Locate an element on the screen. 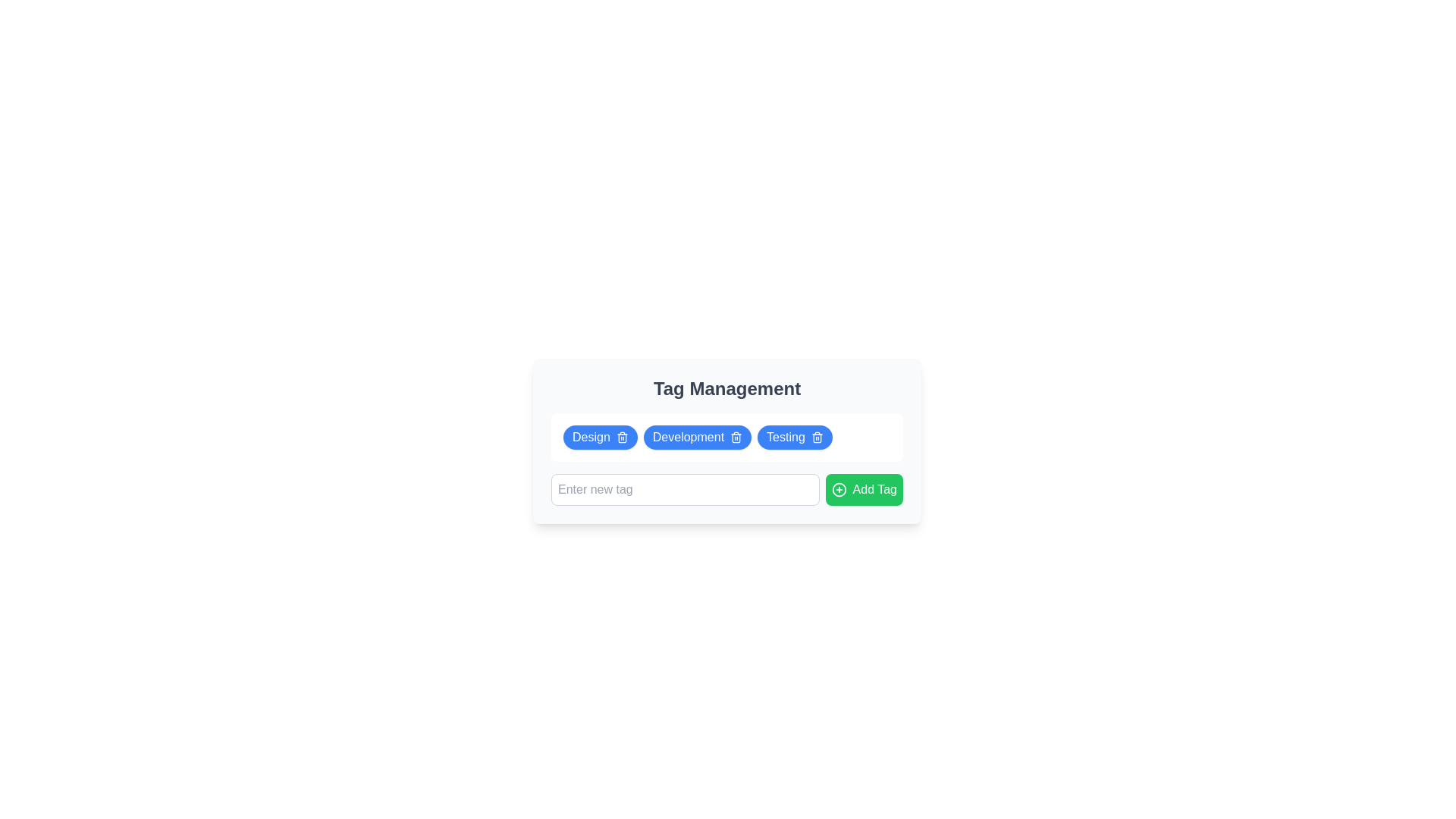 The height and width of the screenshot is (819, 1456). the information visually by interacting with the decorative icon element located centrally within the green rectangular 'Add Tag' button in the Tag Management interface is located at coordinates (838, 489).